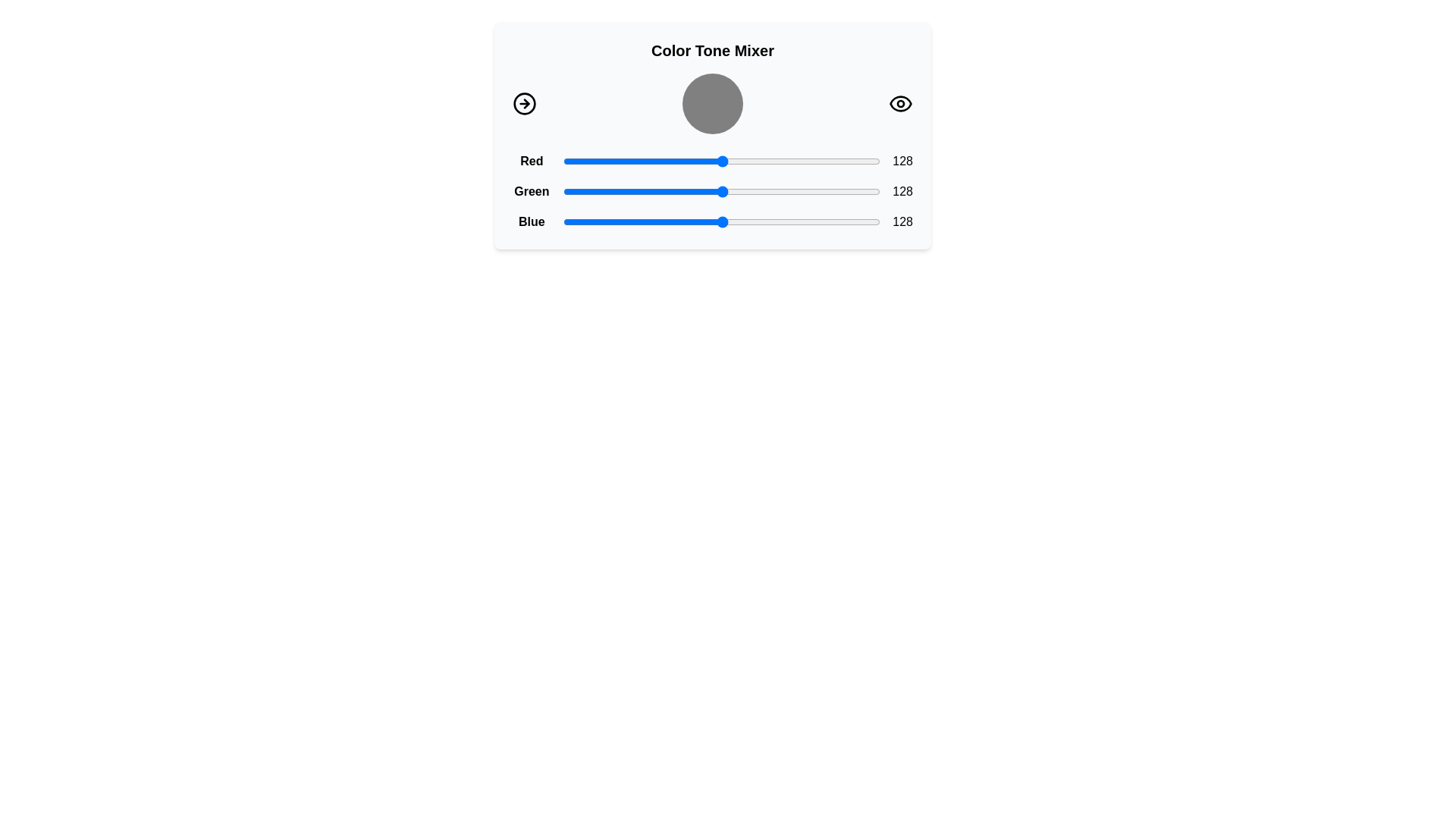 The width and height of the screenshot is (1456, 819). Describe the element at coordinates (712, 103) in the screenshot. I see `the central static visual indicator representing a selected color or state within the mixer, located beneath the 'Color Tone Mixer' title` at that location.